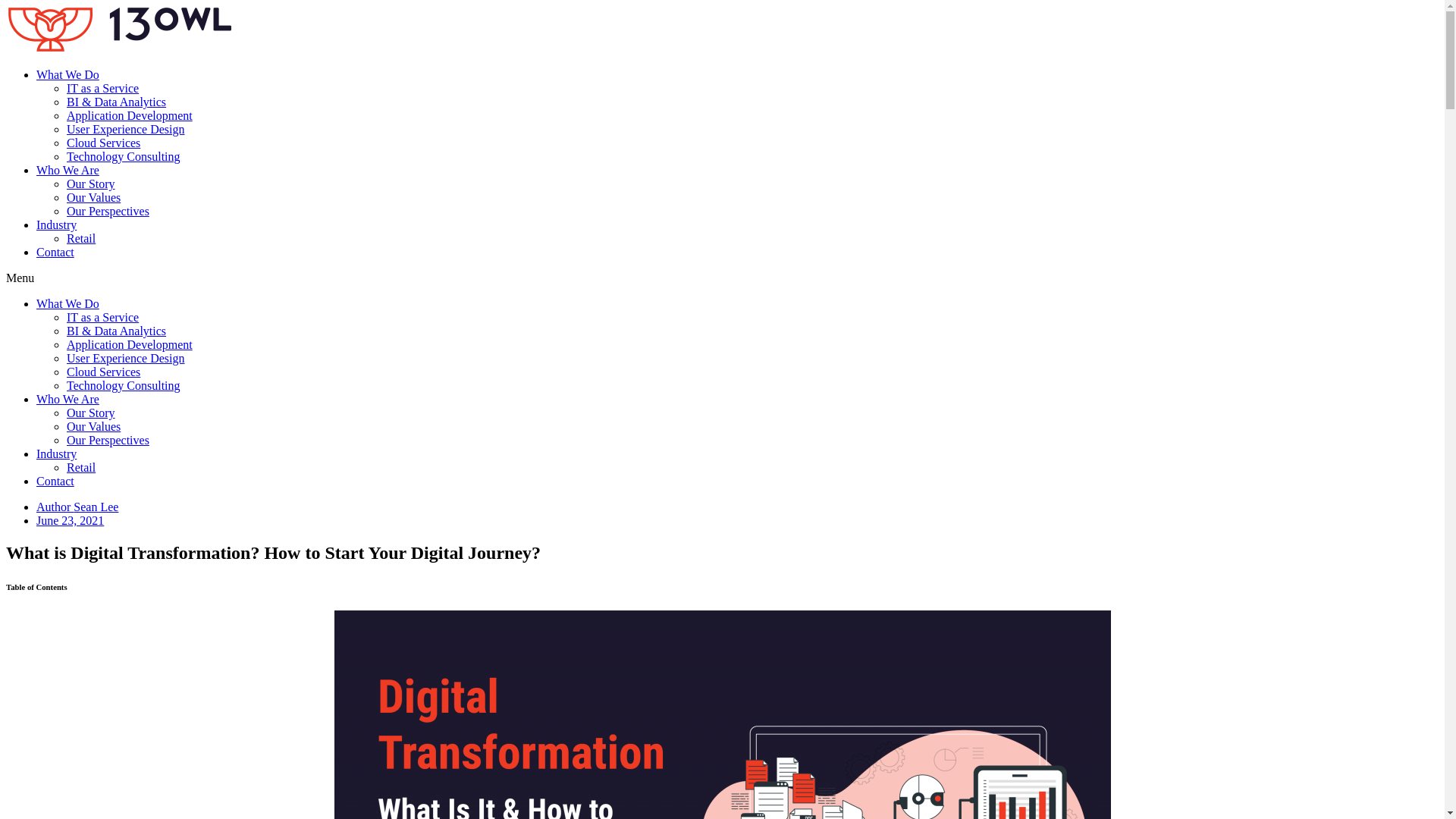 Image resolution: width=1456 pixels, height=819 pixels. Describe the element at coordinates (67, 170) in the screenshot. I see `'Who We Are'` at that location.